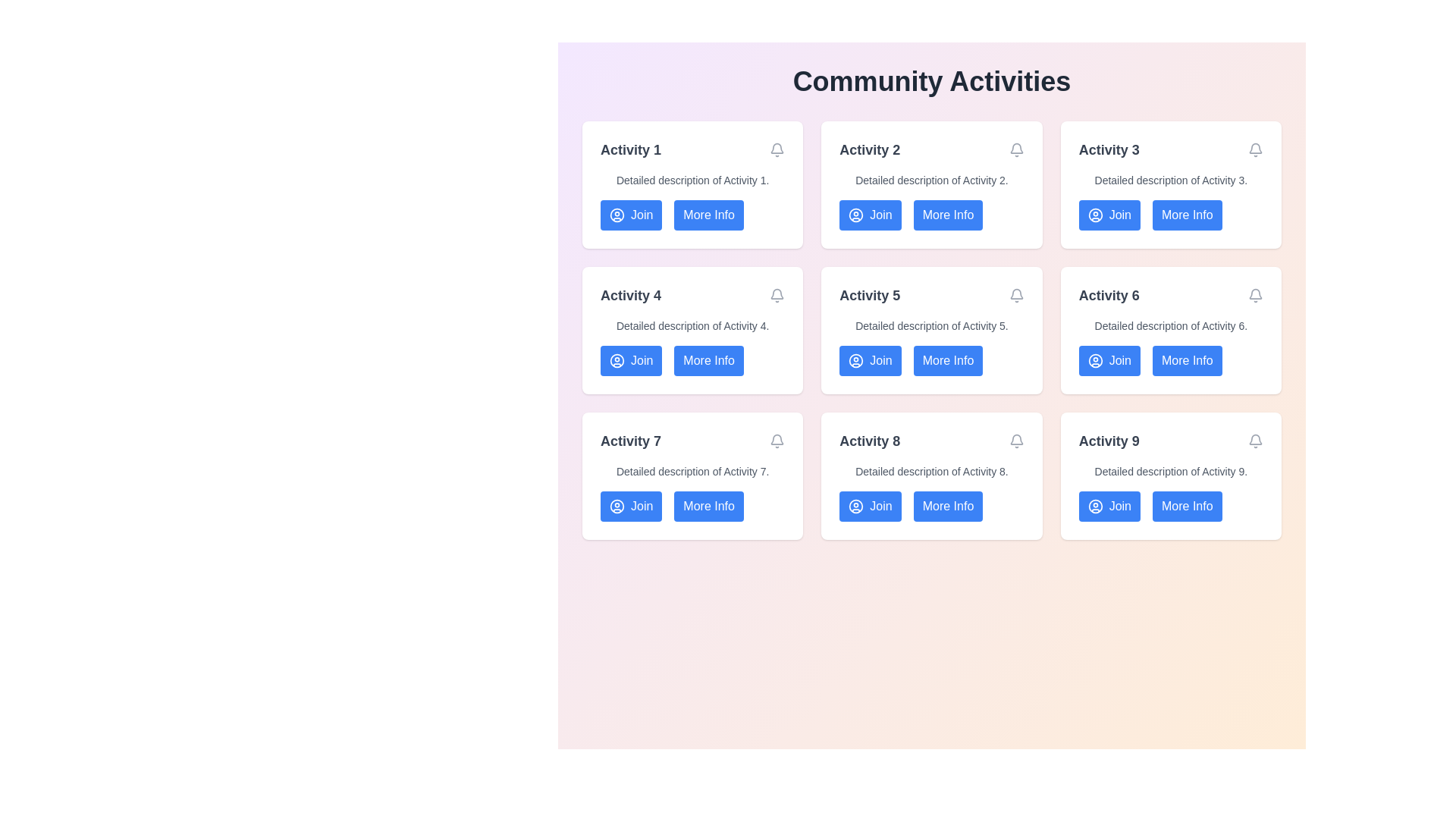 The height and width of the screenshot is (819, 1456). Describe the element at coordinates (1186, 215) in the screenshot. I see `the button located in the third card labeled 'Activity 3' in the grid layout` at that location.